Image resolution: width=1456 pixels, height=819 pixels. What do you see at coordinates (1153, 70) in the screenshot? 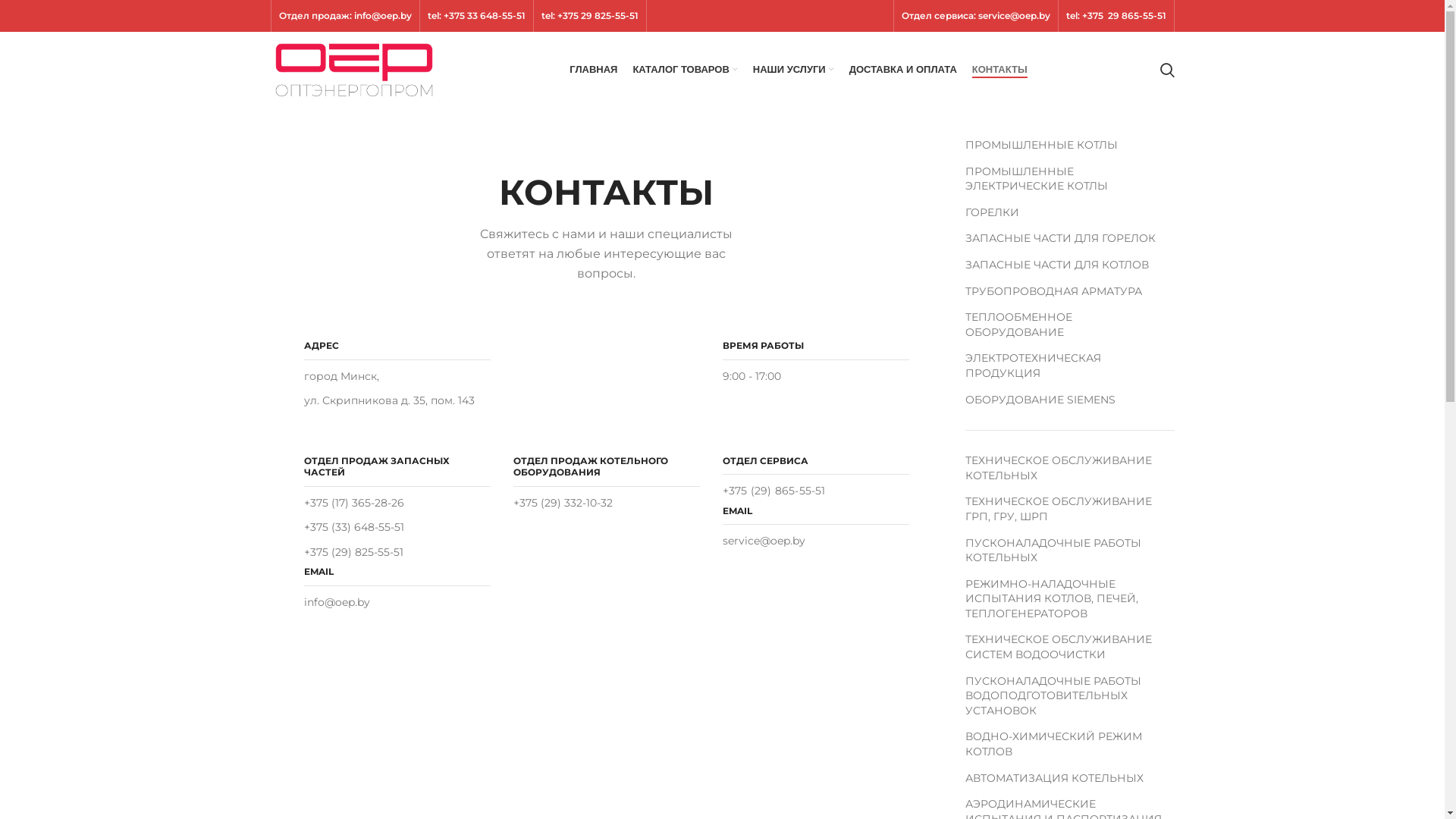
I see `'Search'` at bounding box center [1153, 70].